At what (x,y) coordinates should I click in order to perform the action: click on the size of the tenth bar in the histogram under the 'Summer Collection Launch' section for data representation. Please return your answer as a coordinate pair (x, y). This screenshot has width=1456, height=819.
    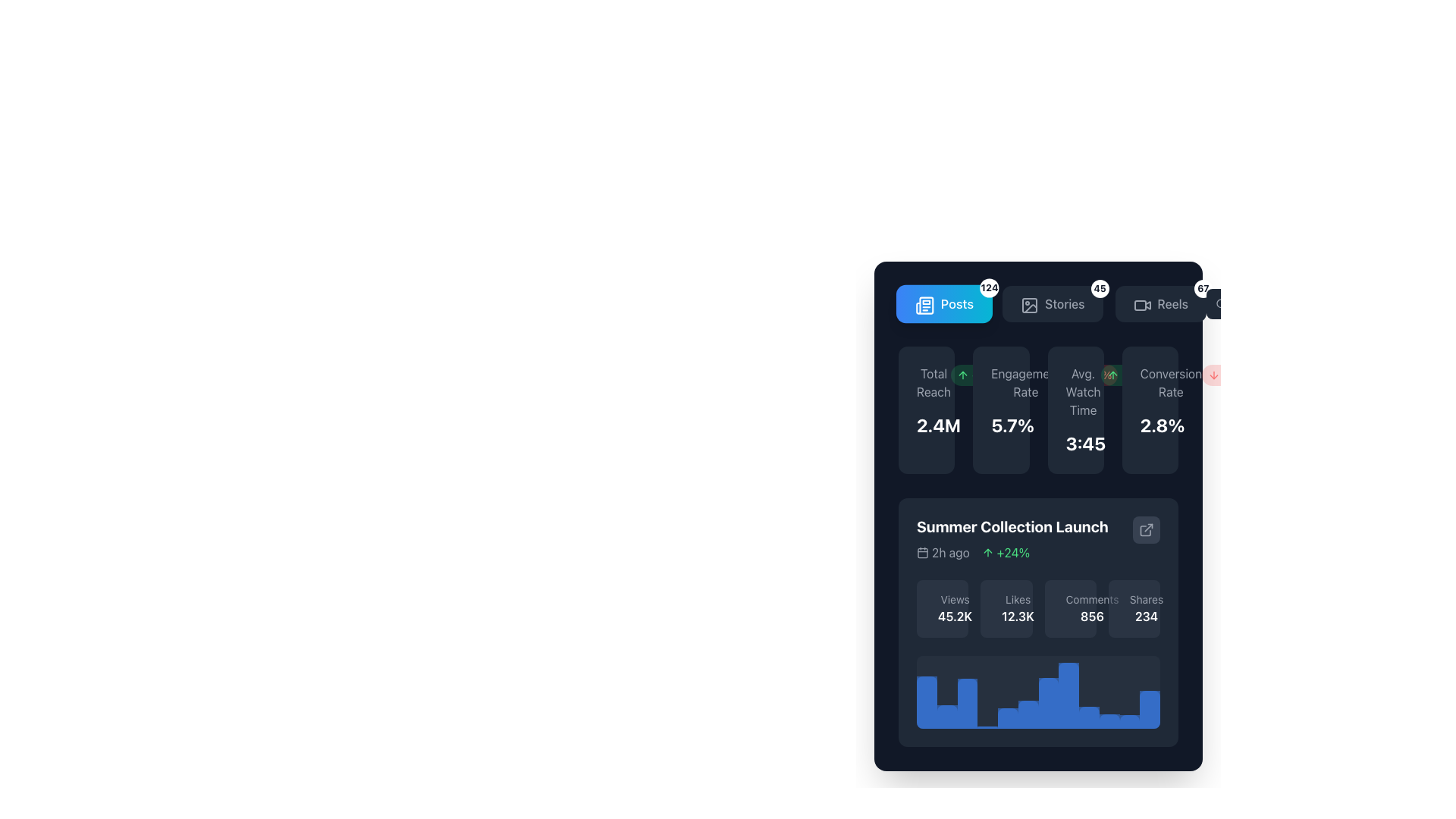
    Looking at the image, I should click on (1109, 720).